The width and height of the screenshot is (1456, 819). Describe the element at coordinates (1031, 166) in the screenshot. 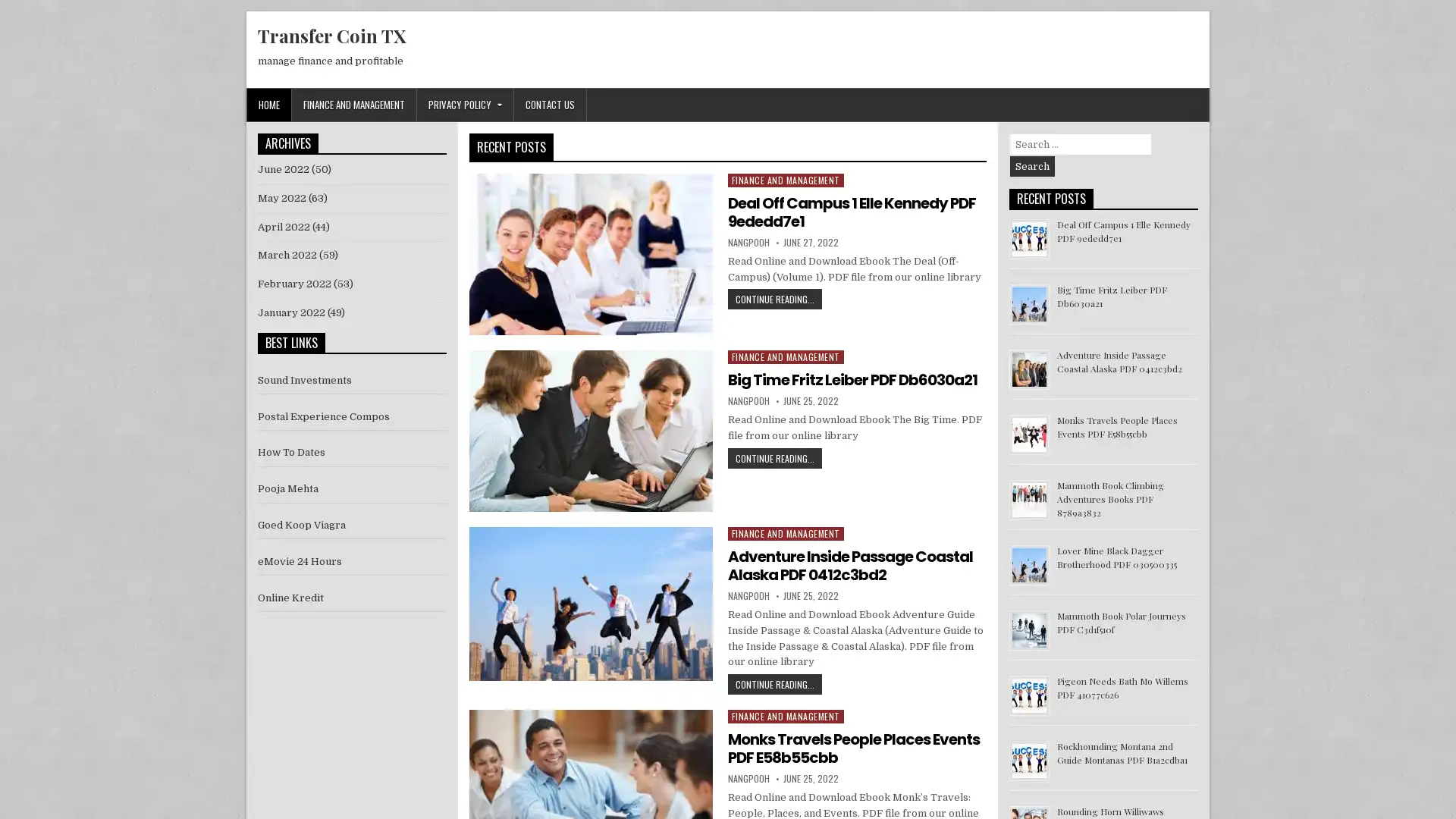

I see `Search` at that location.